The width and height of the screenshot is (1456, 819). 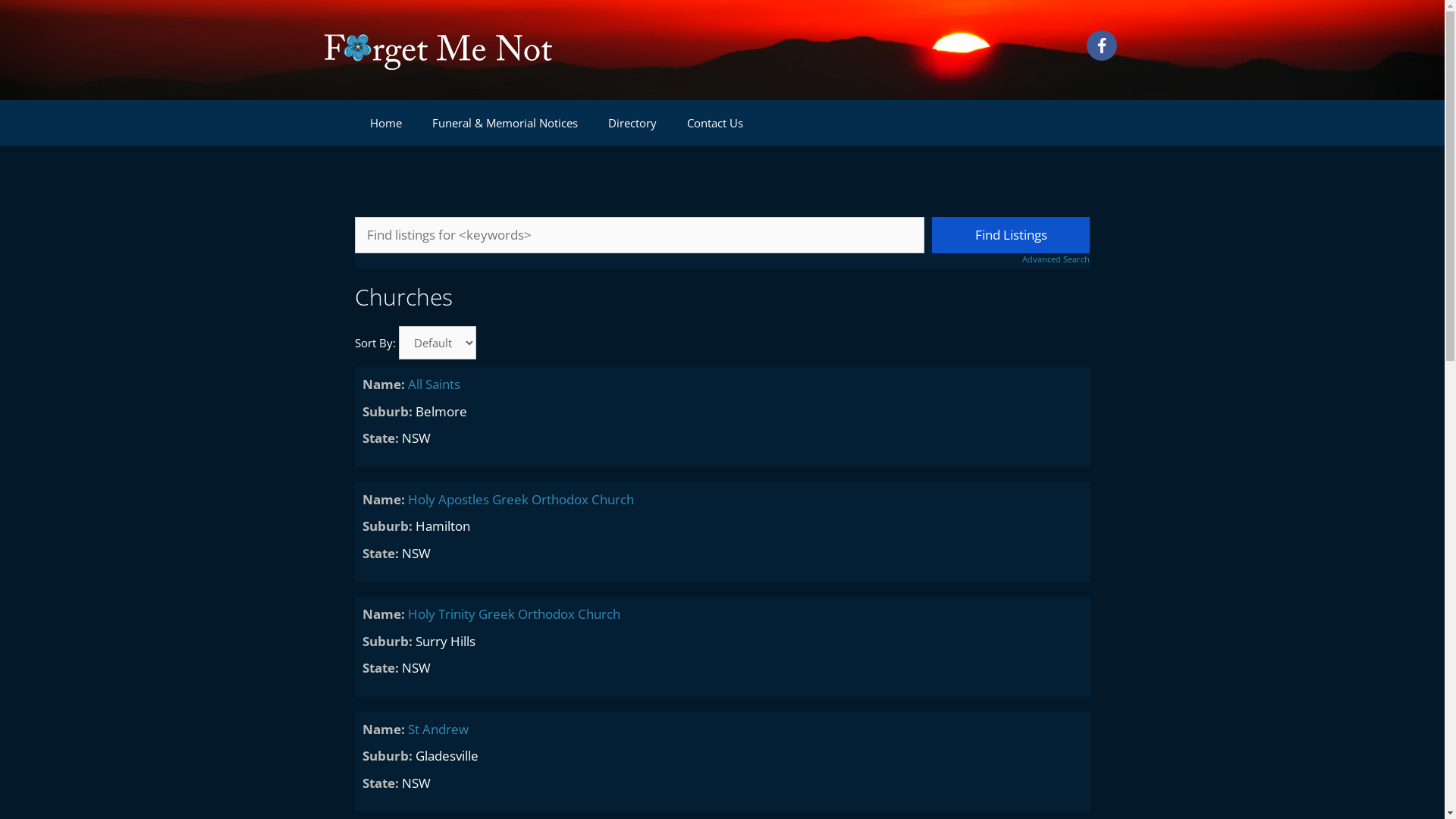 What do you see at coordinates (1101, 45) in the screenshot?
I see `'facebook'` at bounding box center [1101, 45].